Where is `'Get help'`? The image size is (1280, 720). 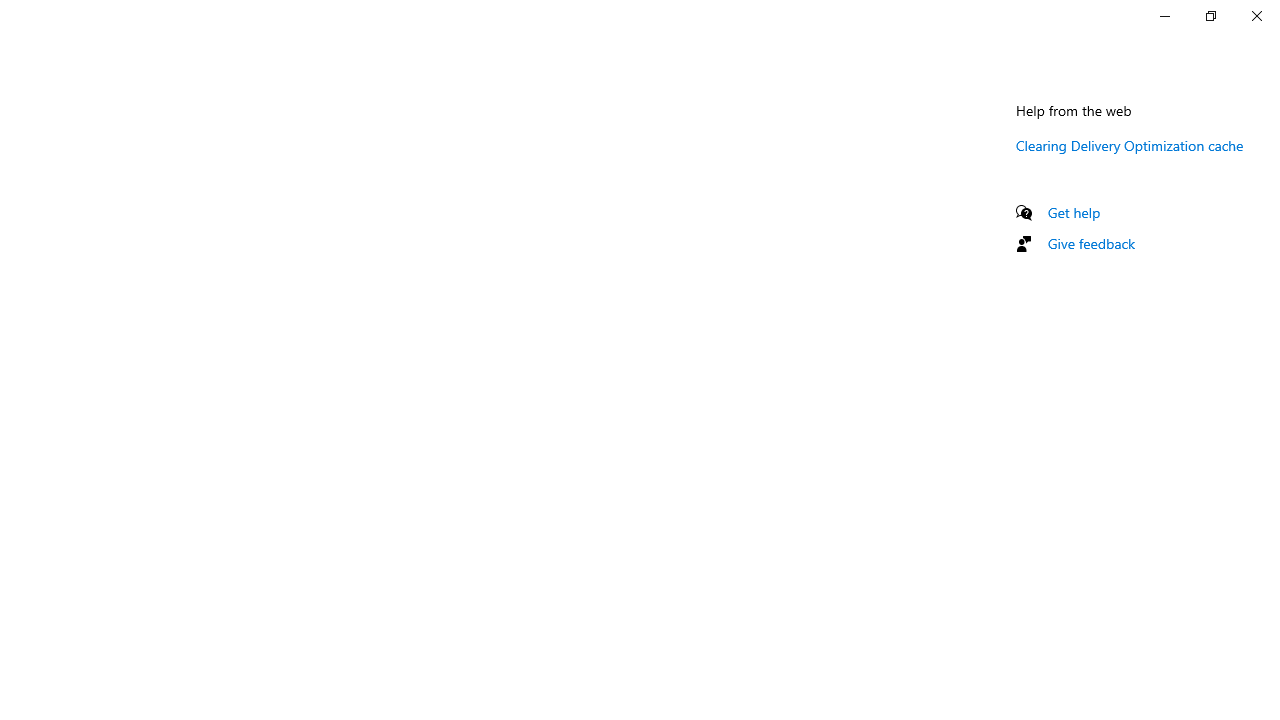
'Get help' is located at coordinates (1073, 212).